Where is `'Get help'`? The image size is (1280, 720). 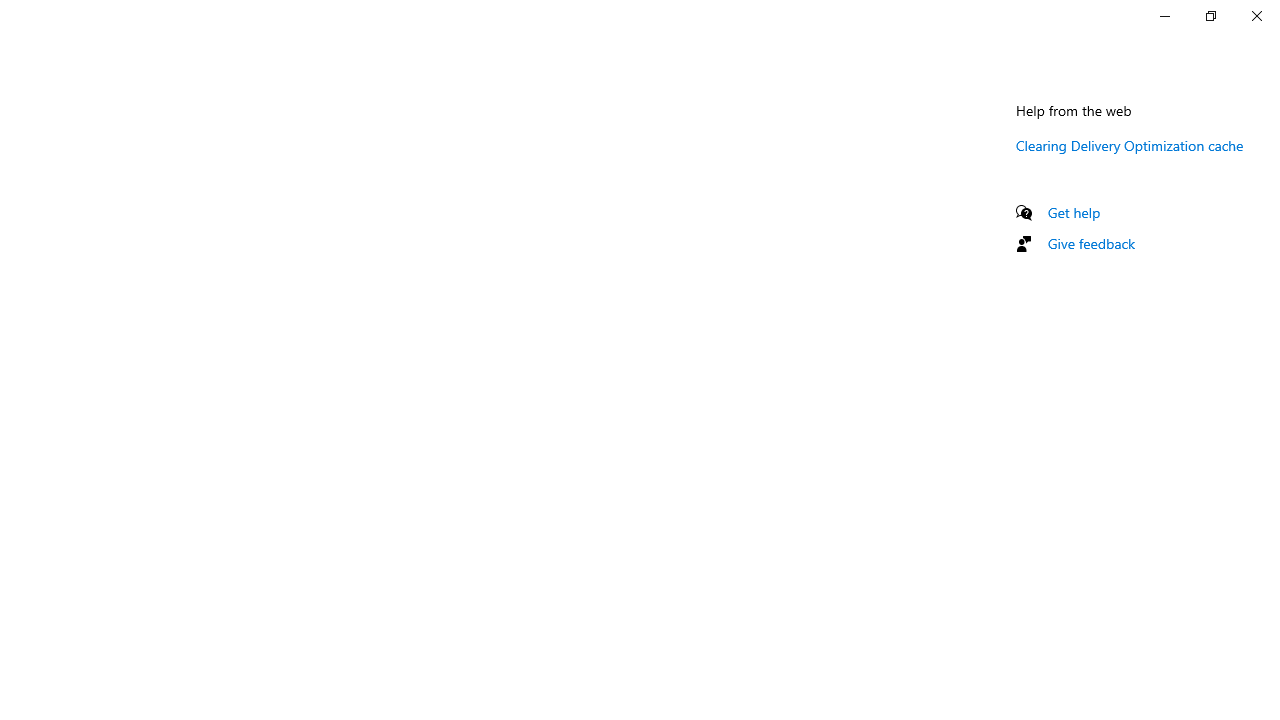
'Get help' is located at coordinates (1073, 212).